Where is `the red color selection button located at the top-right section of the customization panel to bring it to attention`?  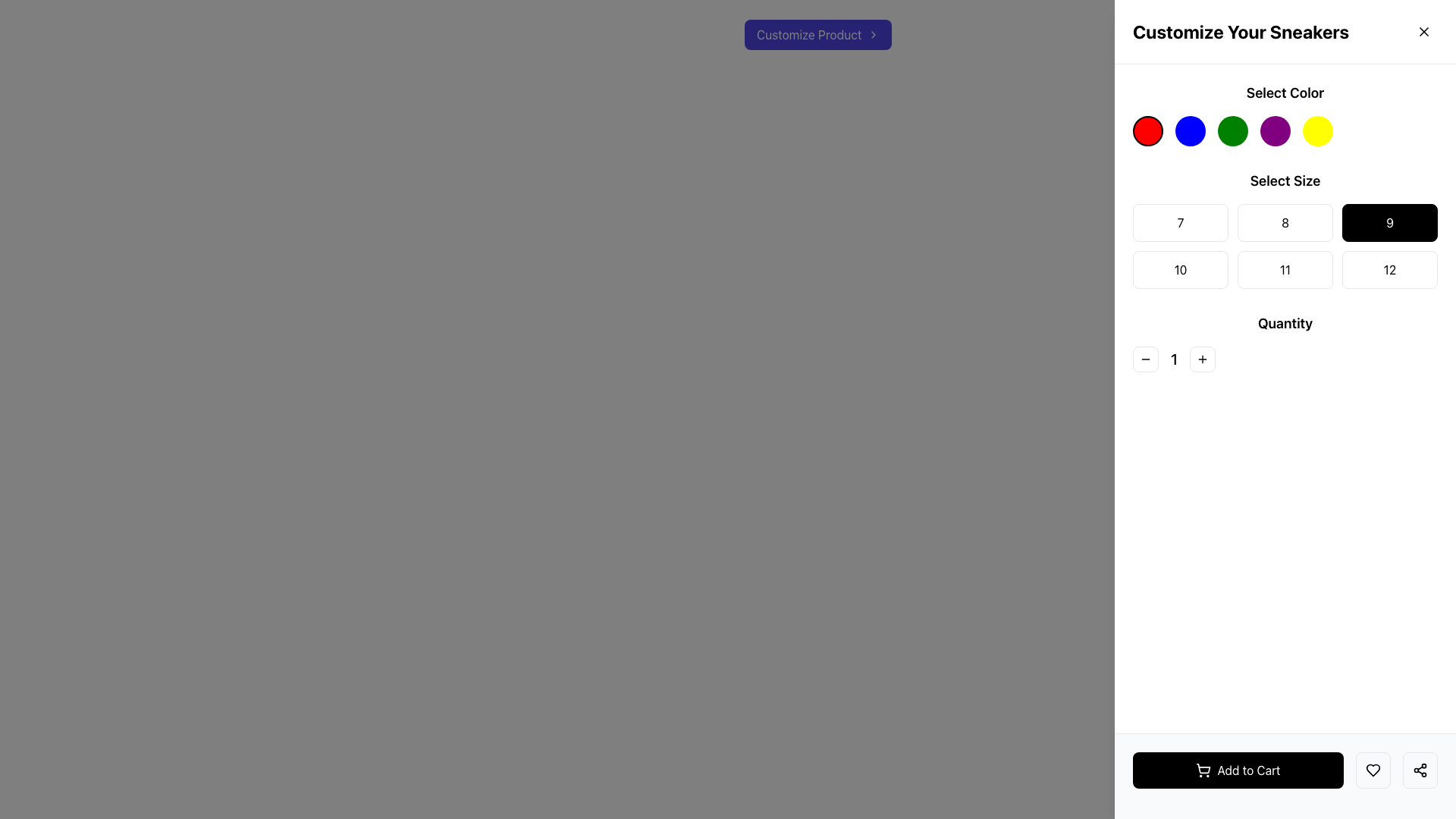 the red color selection button located at the top-right section of the customization panel to bring it to attention is located at coordinates (1147, 130).